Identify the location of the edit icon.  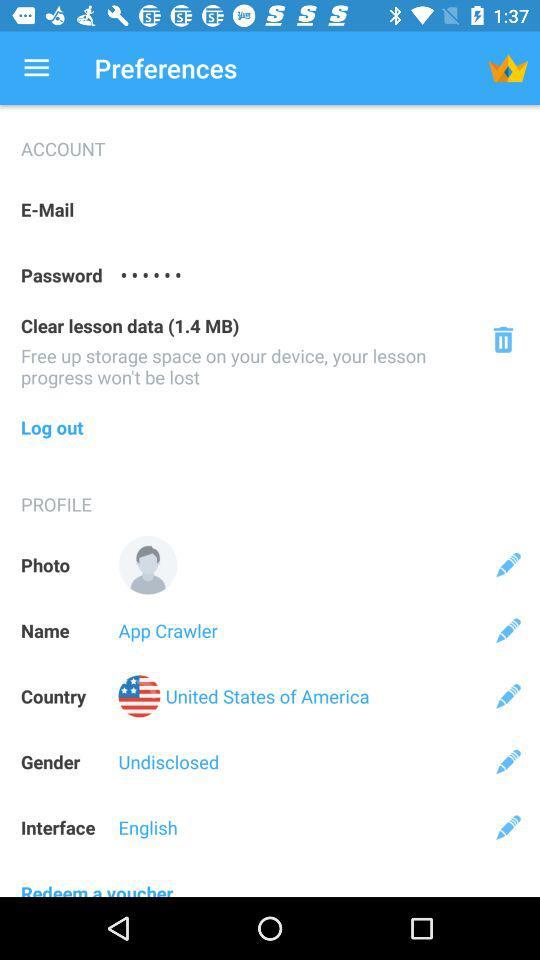
(508, 629).